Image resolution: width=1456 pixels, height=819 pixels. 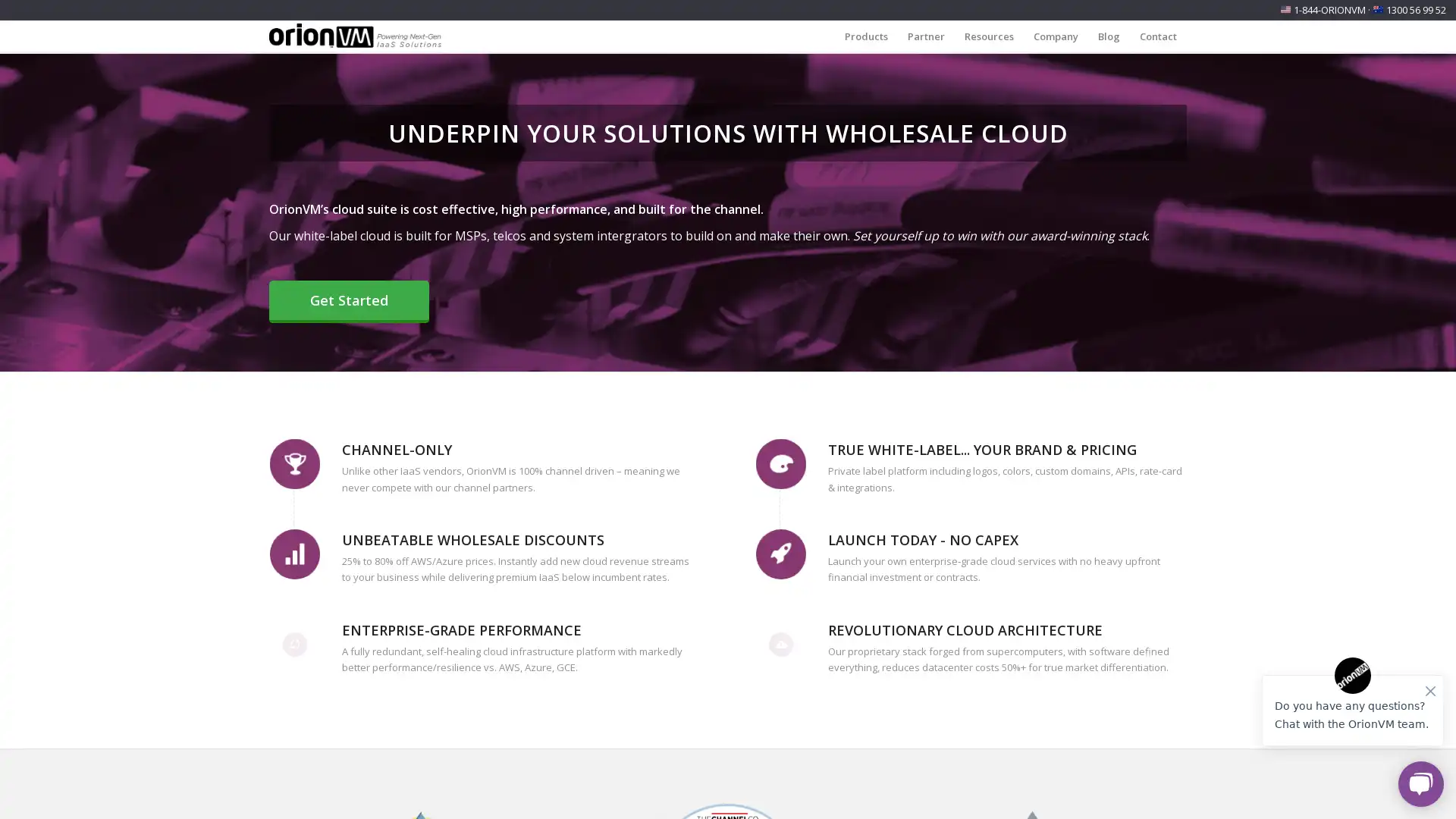 What do you see at coordinates (204, 789) in the screenshot?
I see `Contact Us` at bounding box center [204, 789].